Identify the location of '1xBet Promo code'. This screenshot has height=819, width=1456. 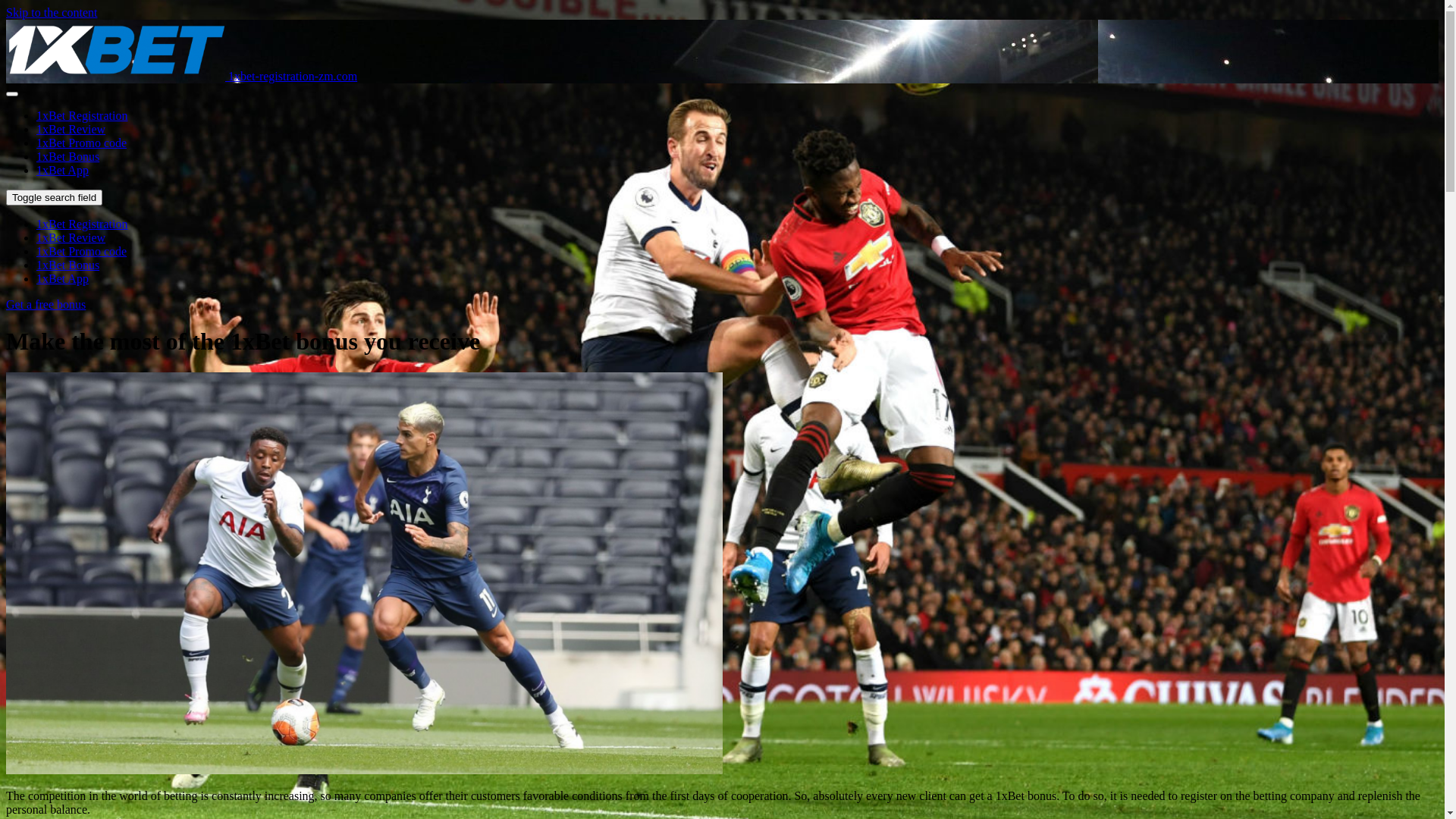
(80, 143).